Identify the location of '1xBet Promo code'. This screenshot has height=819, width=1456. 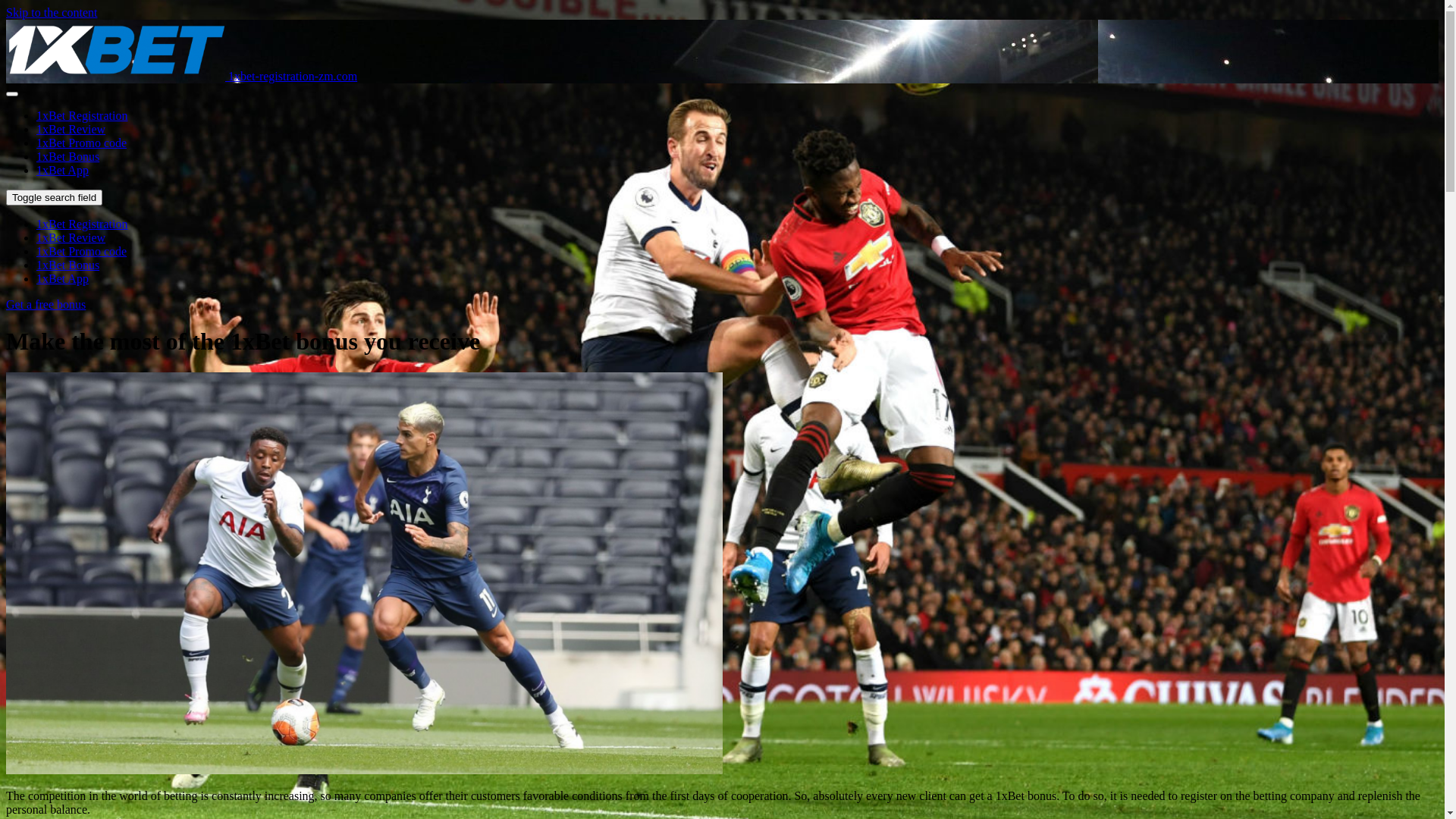
(80, 143).